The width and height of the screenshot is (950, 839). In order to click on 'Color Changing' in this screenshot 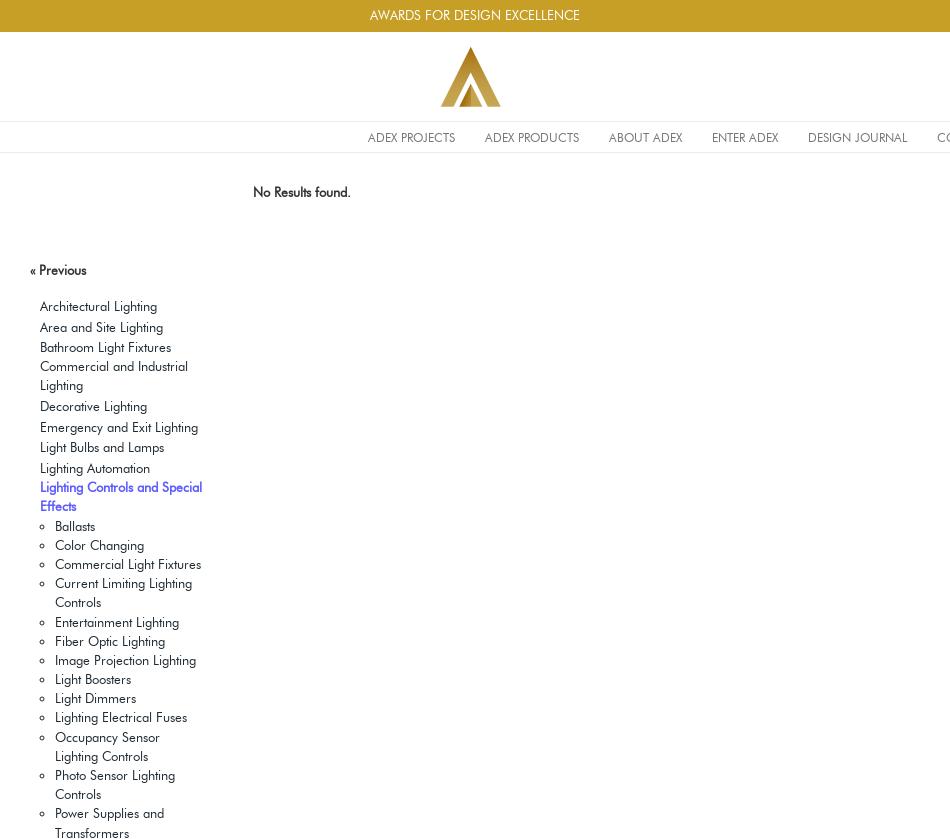, I will do `click(99, 543)`.